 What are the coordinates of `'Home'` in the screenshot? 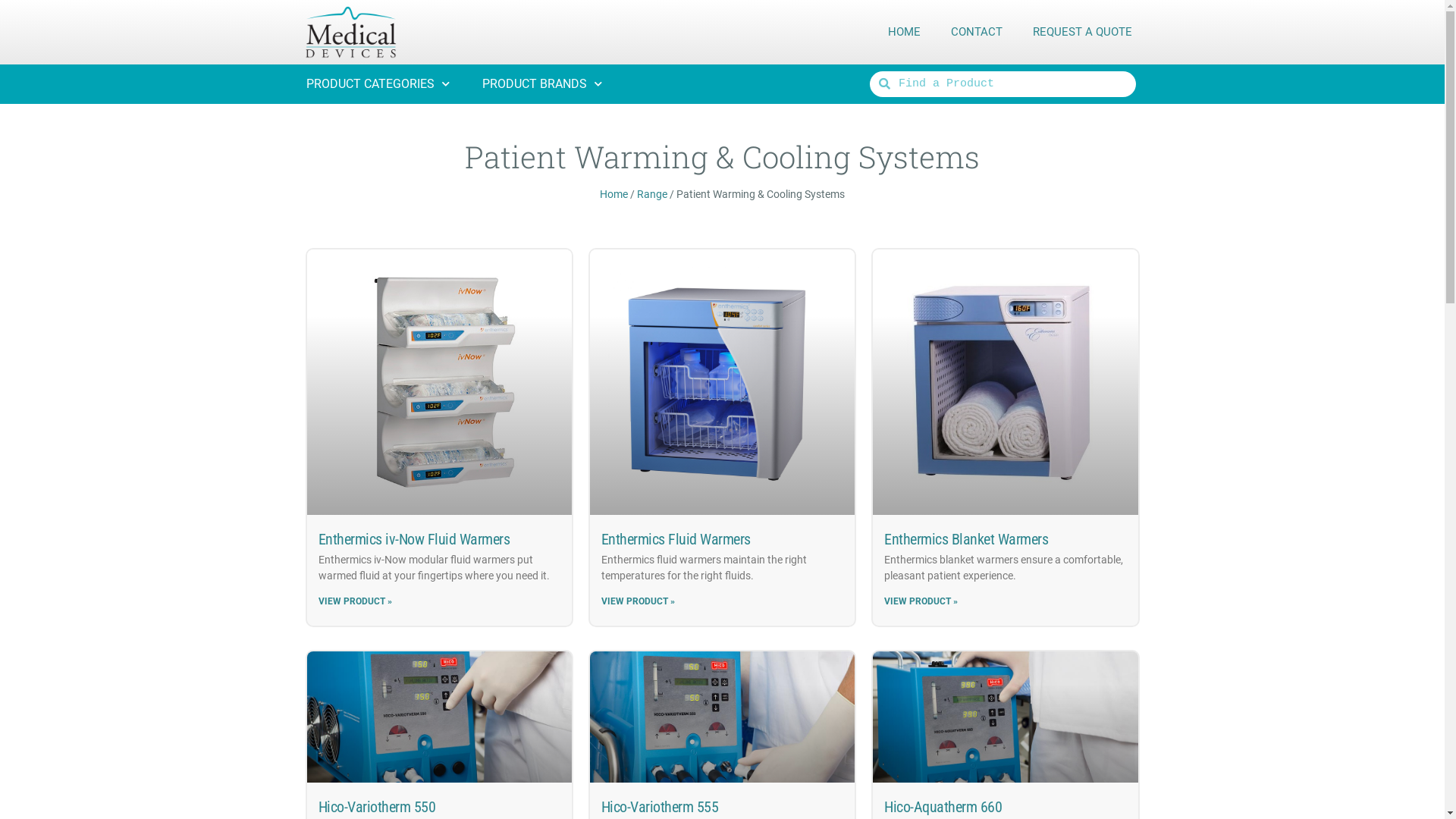 It's located at (613, 193).